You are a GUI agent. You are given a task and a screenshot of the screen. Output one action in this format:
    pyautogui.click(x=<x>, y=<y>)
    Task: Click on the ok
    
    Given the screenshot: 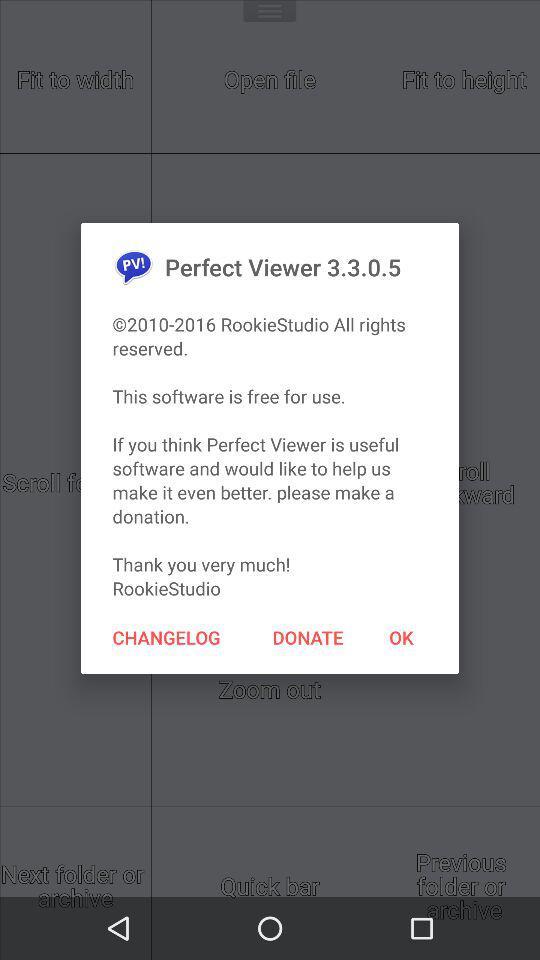 What is the action you would take?
    pyautogui.click(x=401, y=636)
    